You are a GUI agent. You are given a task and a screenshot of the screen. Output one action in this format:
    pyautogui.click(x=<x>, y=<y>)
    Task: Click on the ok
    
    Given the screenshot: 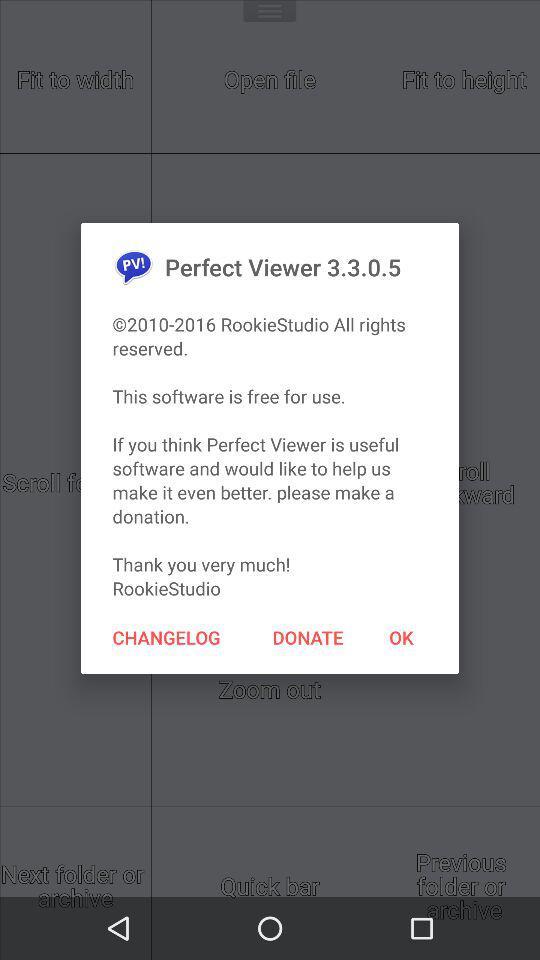 What is the action you would take?
    pyautogui.click(x=401, y=636)
    